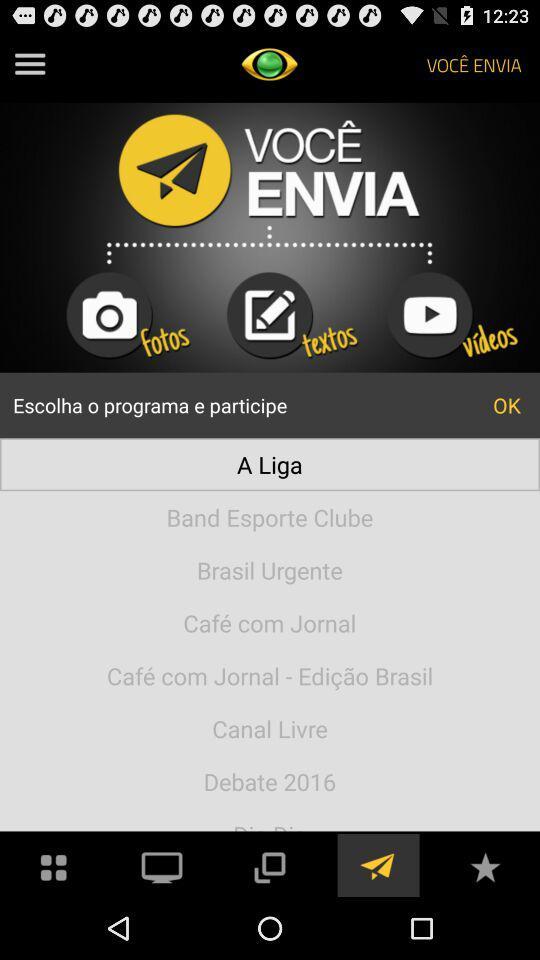  I want to click on option as favorite, so click(484, 864).